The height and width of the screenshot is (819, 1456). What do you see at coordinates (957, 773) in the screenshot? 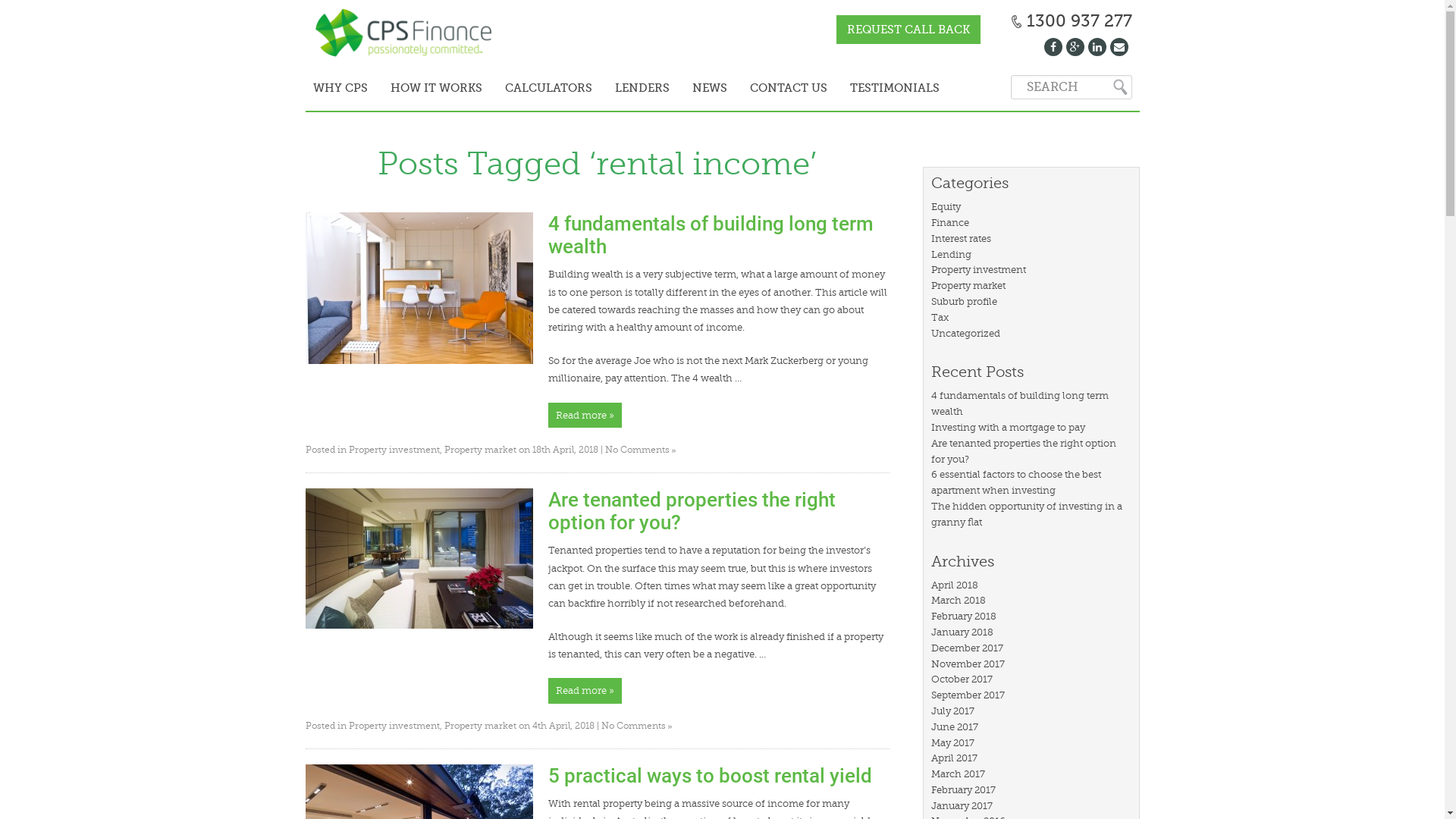
I see `'March 2017'` at bounding box center [957, 773].